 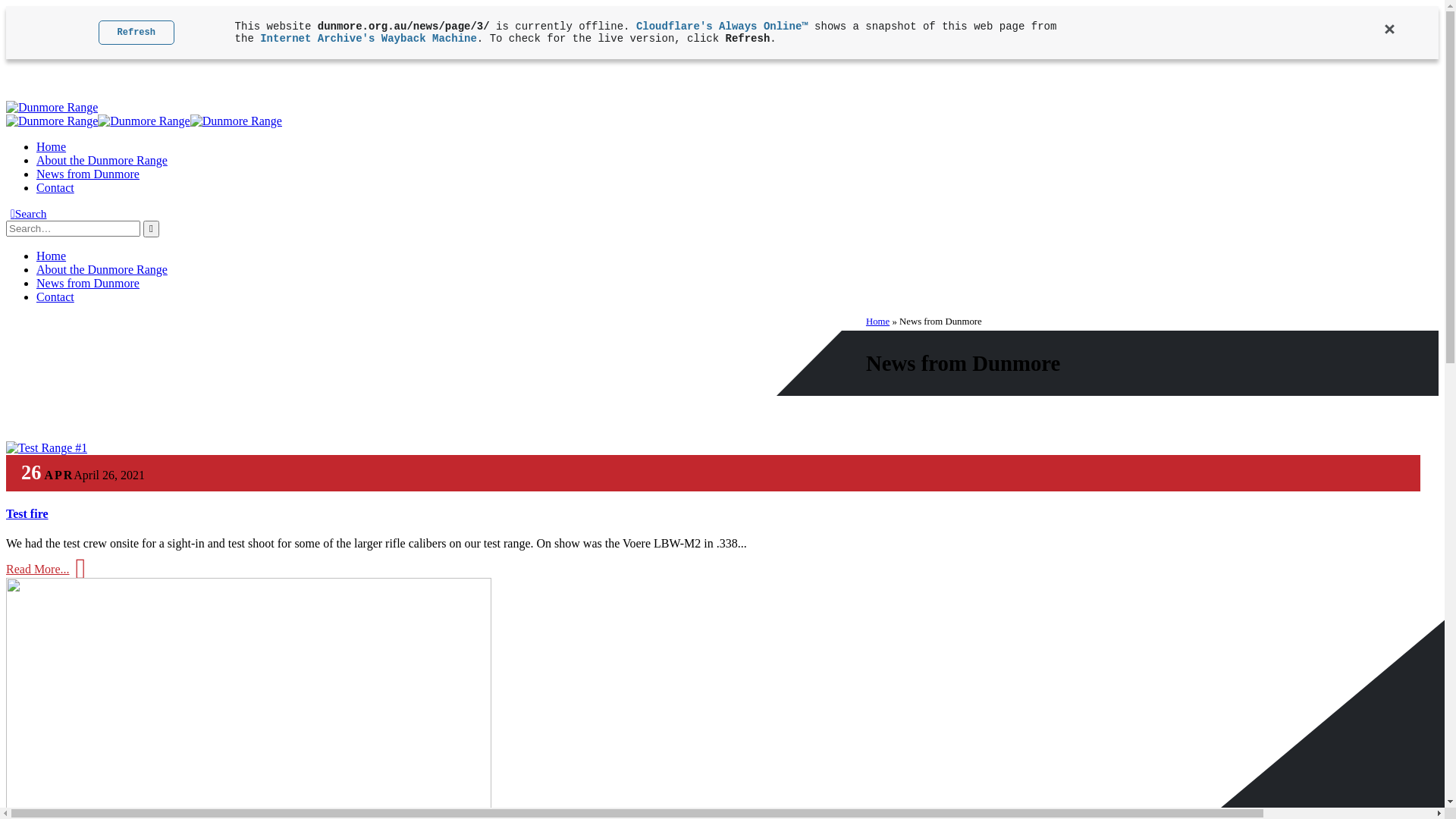 I want to click on 'Read More...', so click(x=46, y=570).